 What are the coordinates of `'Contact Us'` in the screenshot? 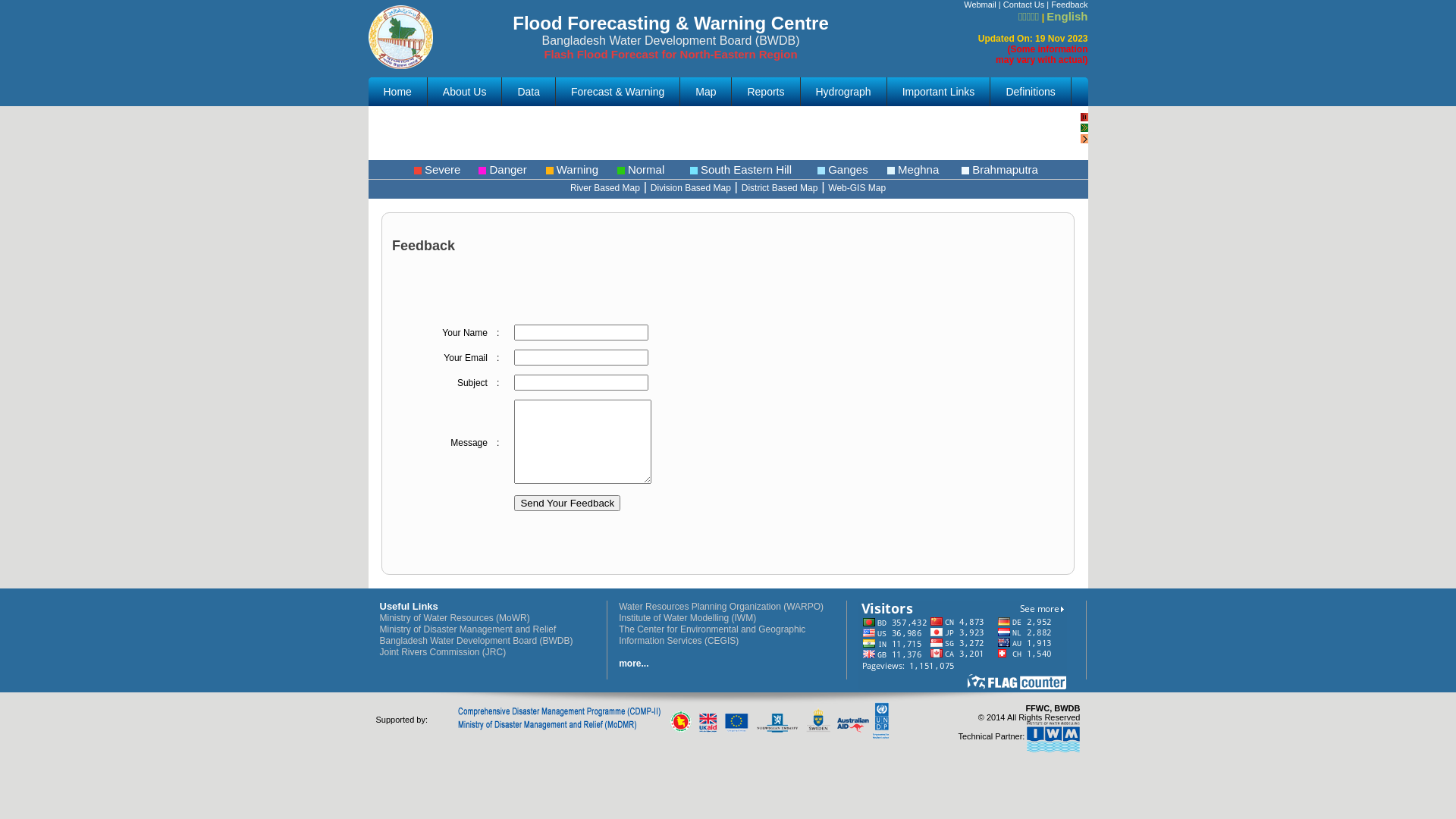 It's located at (1003, 5).